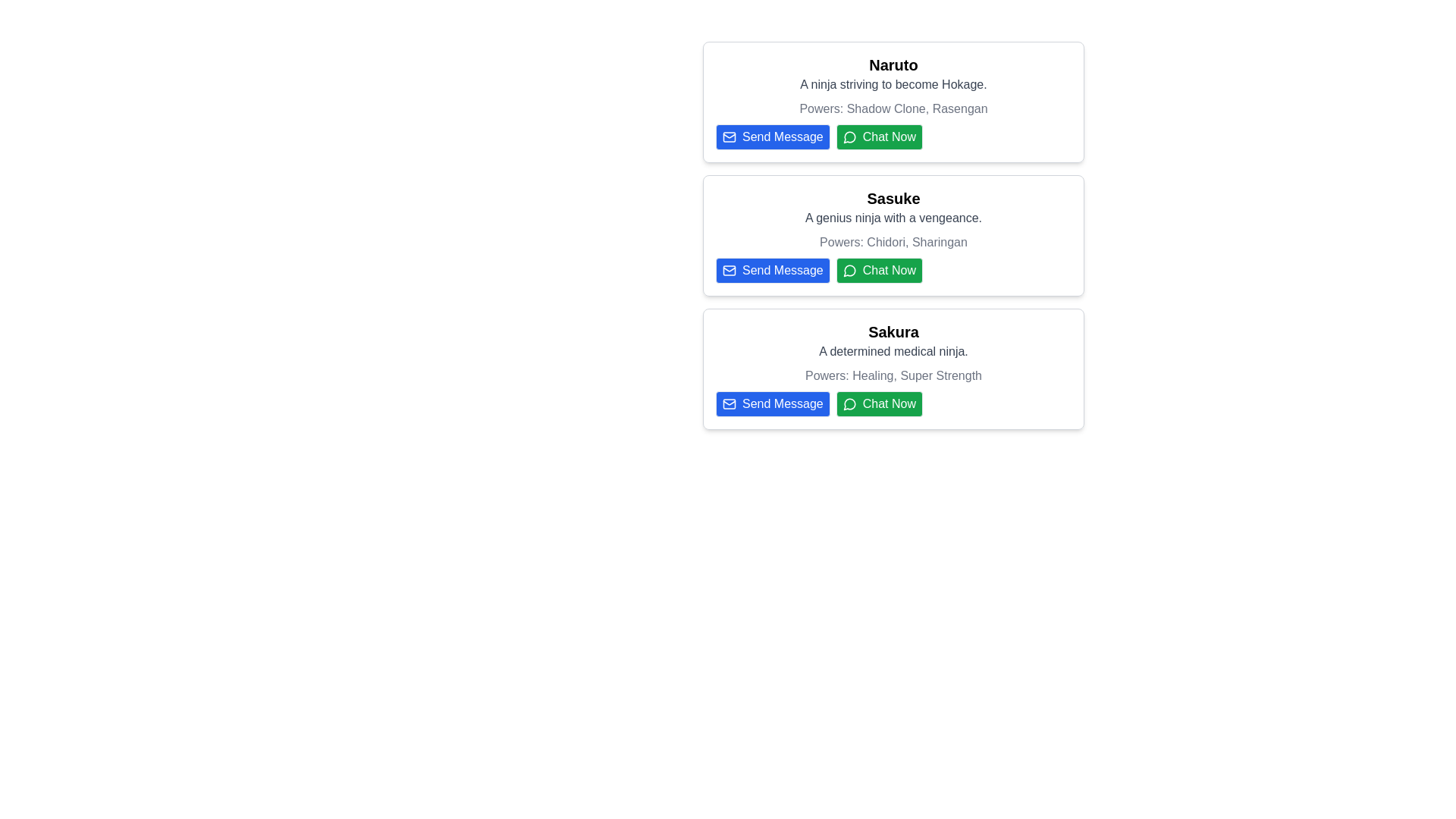 The width and height of the screenshot is (1456, 819). I want to click on the circular chat icon within the 'Chat Now' button to initiate a chat, so click(849, 403).